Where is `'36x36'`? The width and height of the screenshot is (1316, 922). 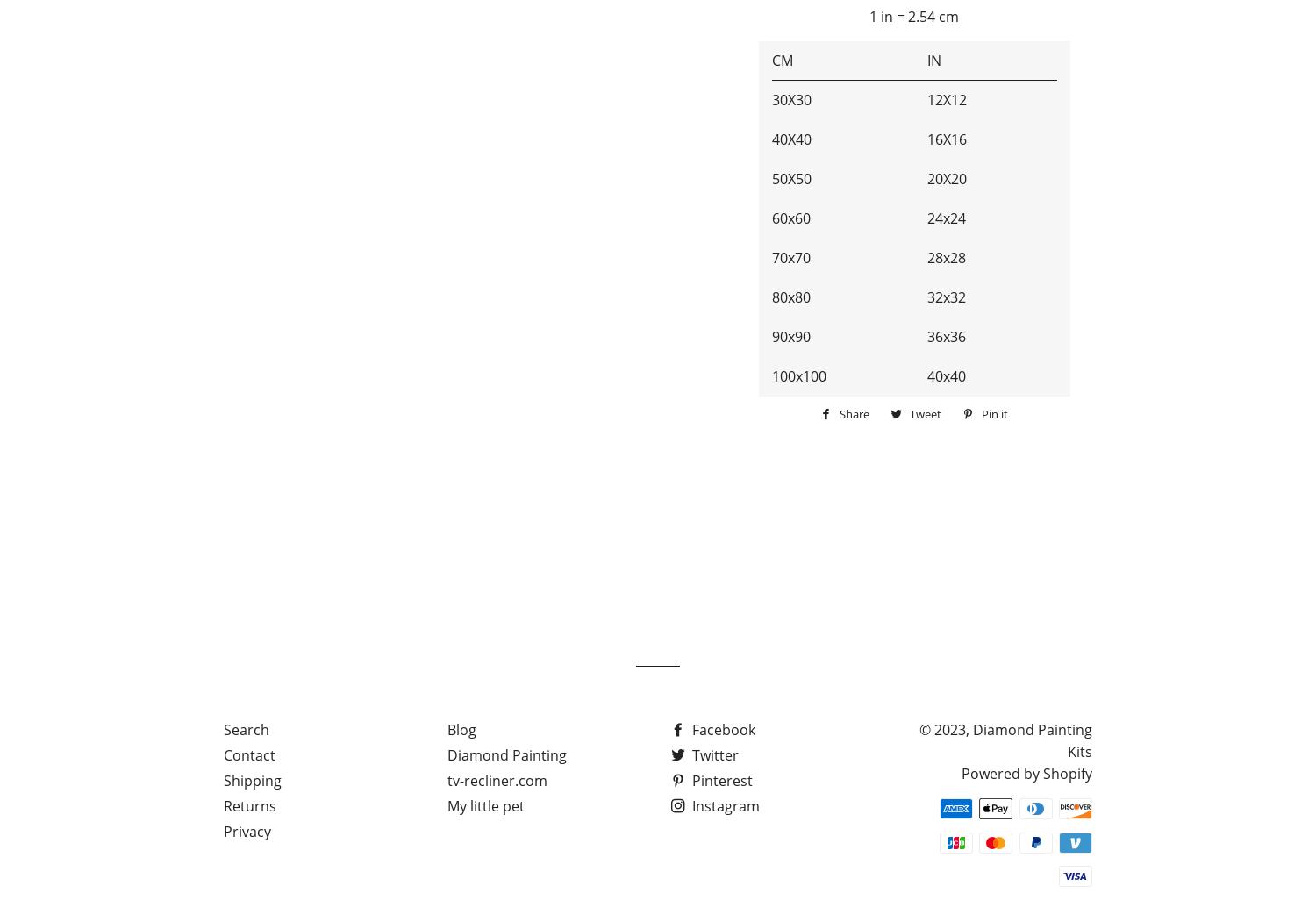 '36x36' is located at coordinates (945, 336).